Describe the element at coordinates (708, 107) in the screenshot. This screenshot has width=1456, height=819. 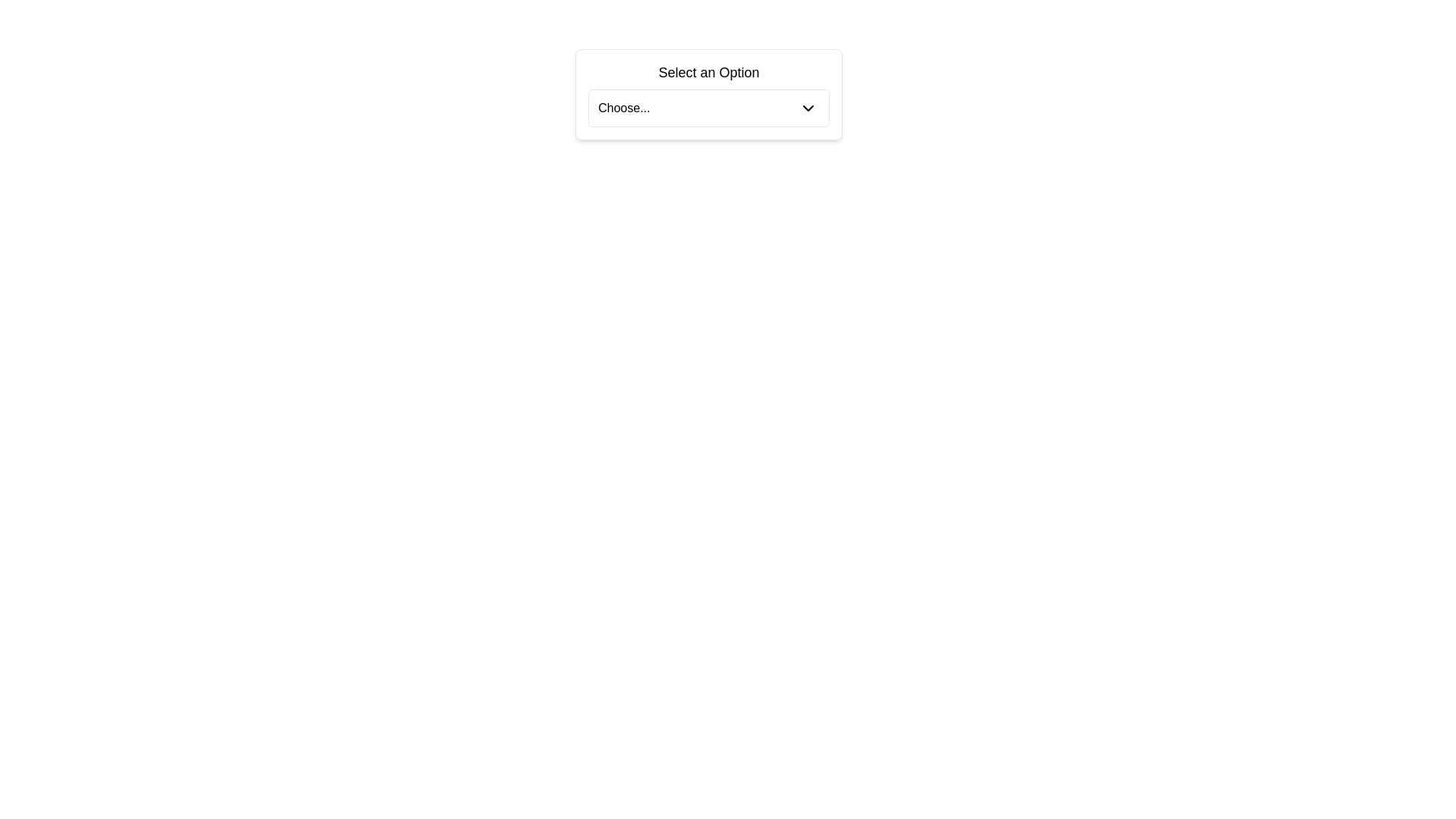
I see `the dropdown menu located below the text label 'Select an Option' in the dialog area` at that location.